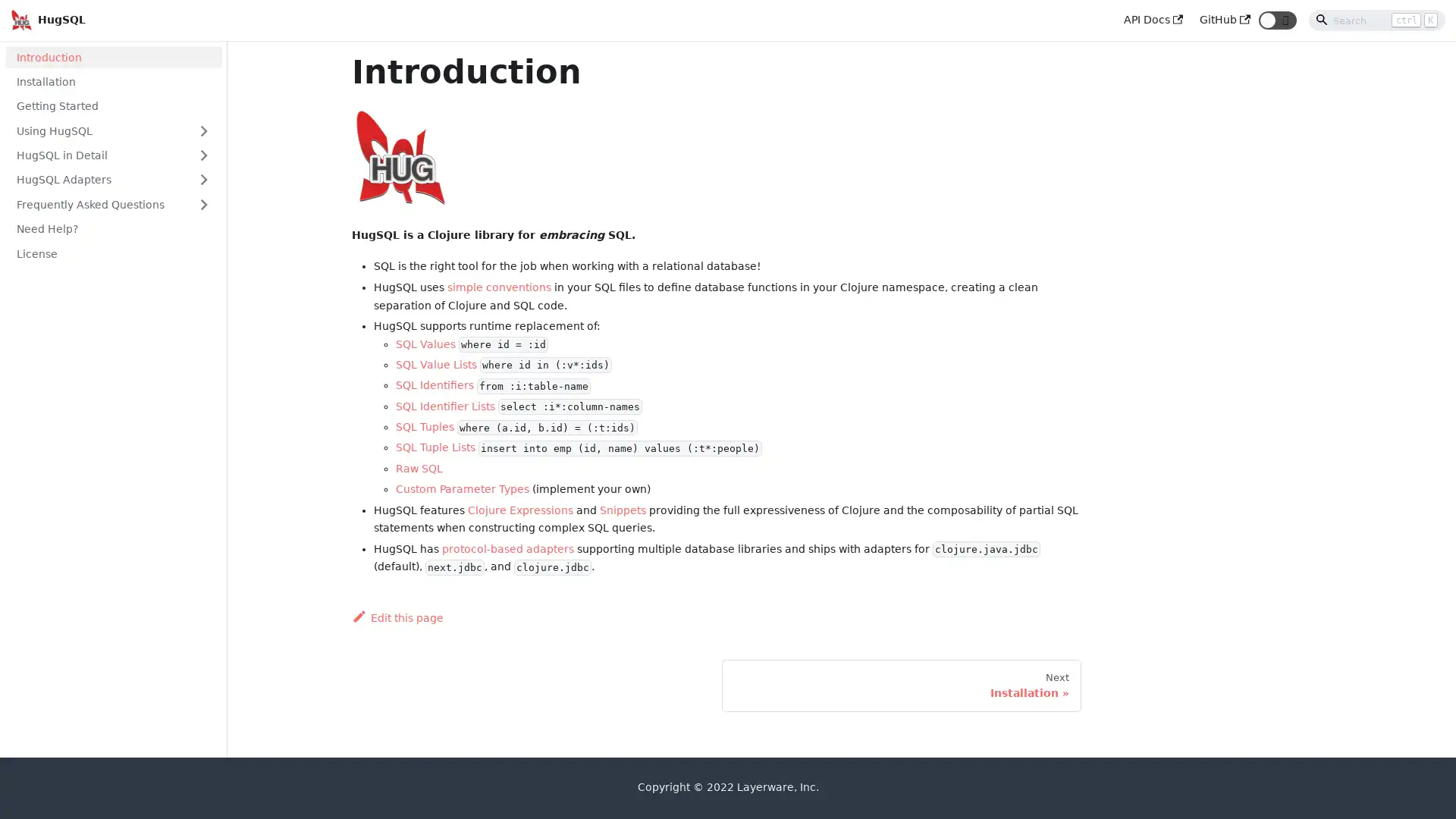  Describe the element at coordinates (202, 155) in the screenshot. I see `Toggle the collapsible sidebar category 'HugSQL in Detail'` at that location.